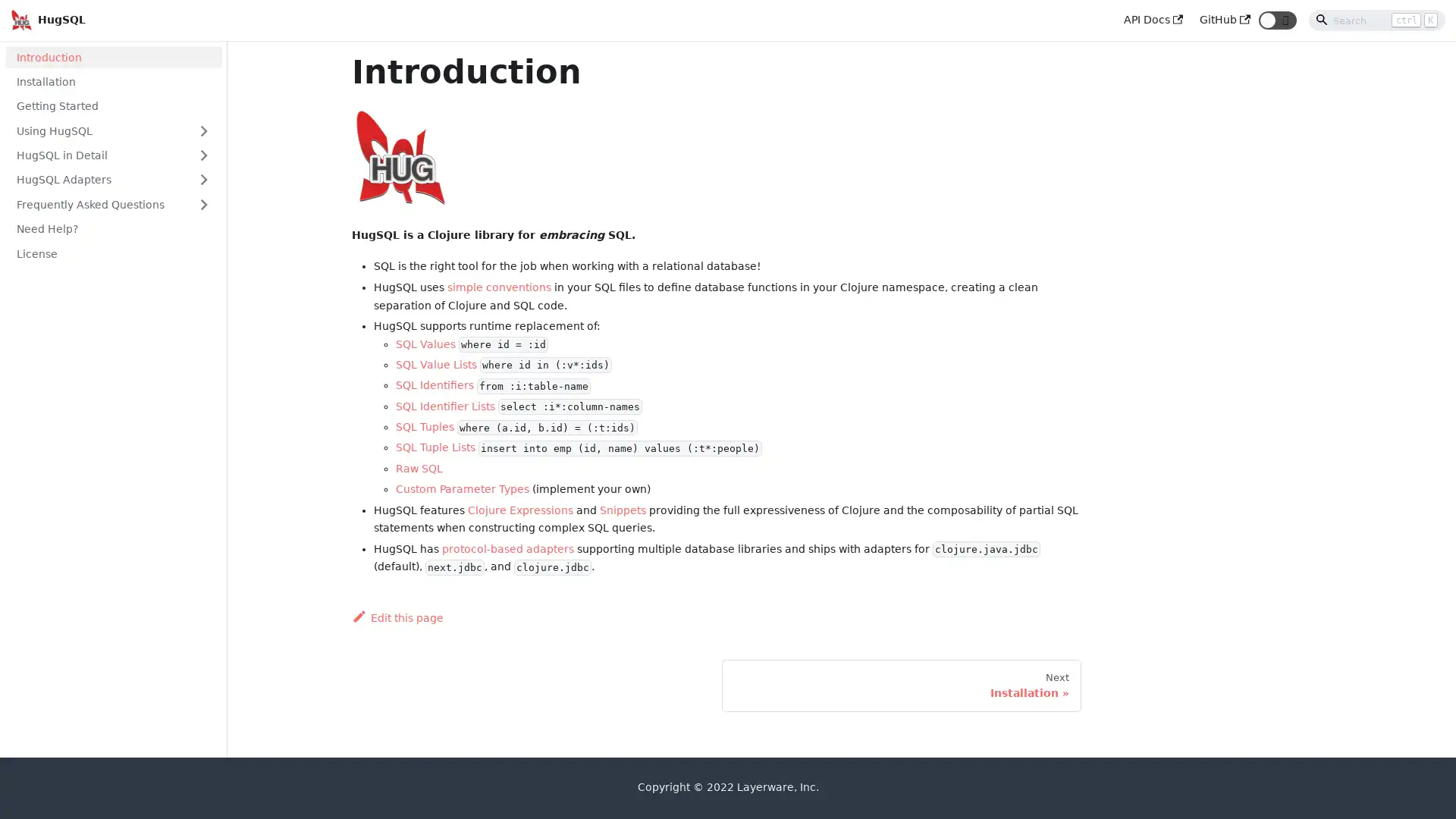  Describe the element at coordinates (202, 155) in the screenshot. I see `Toggle the collapsible sidebar category 'HugSQL in Detail'` at that location.